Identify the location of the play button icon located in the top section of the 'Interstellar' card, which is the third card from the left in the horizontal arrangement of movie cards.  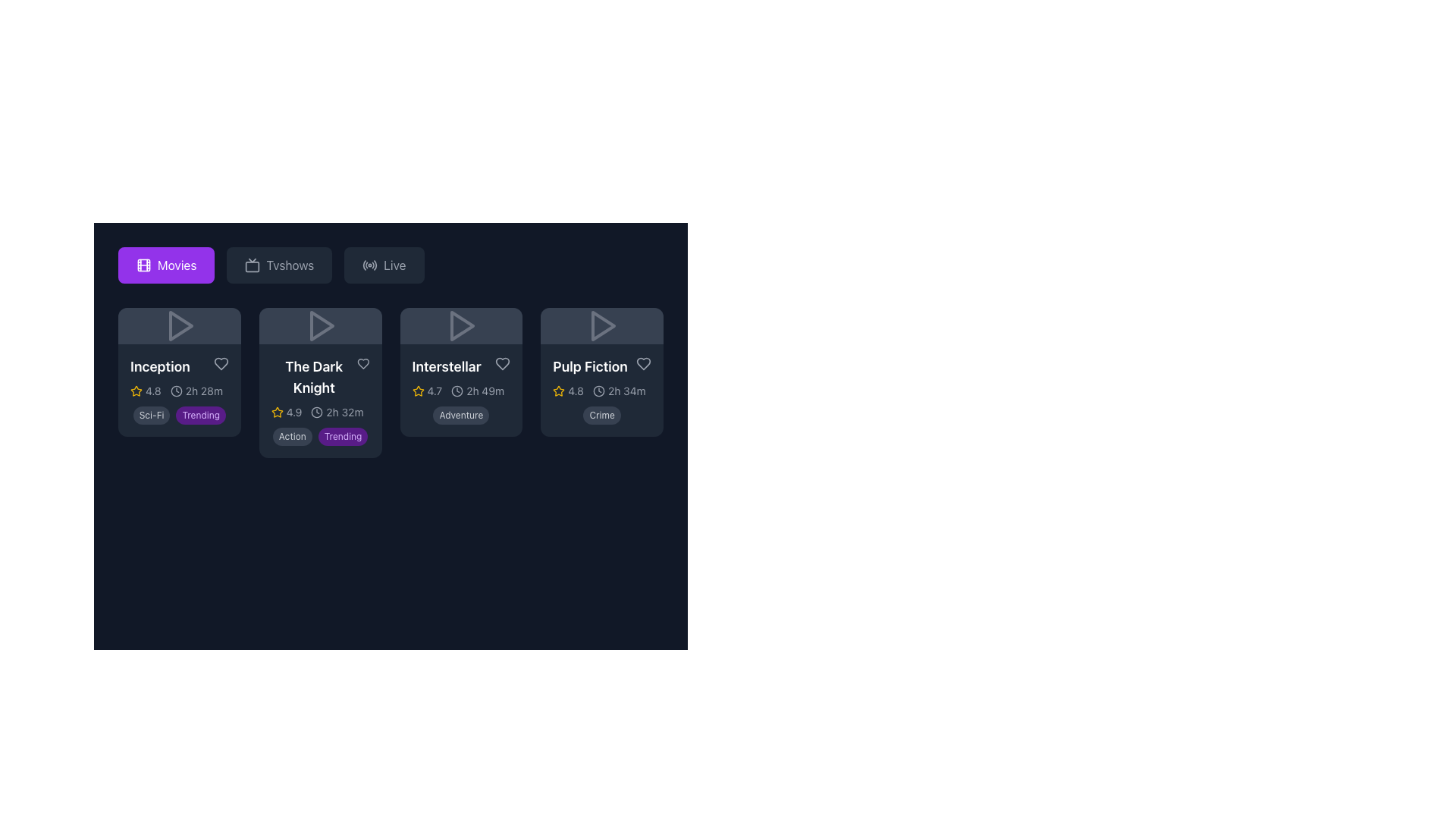
(462, 325).